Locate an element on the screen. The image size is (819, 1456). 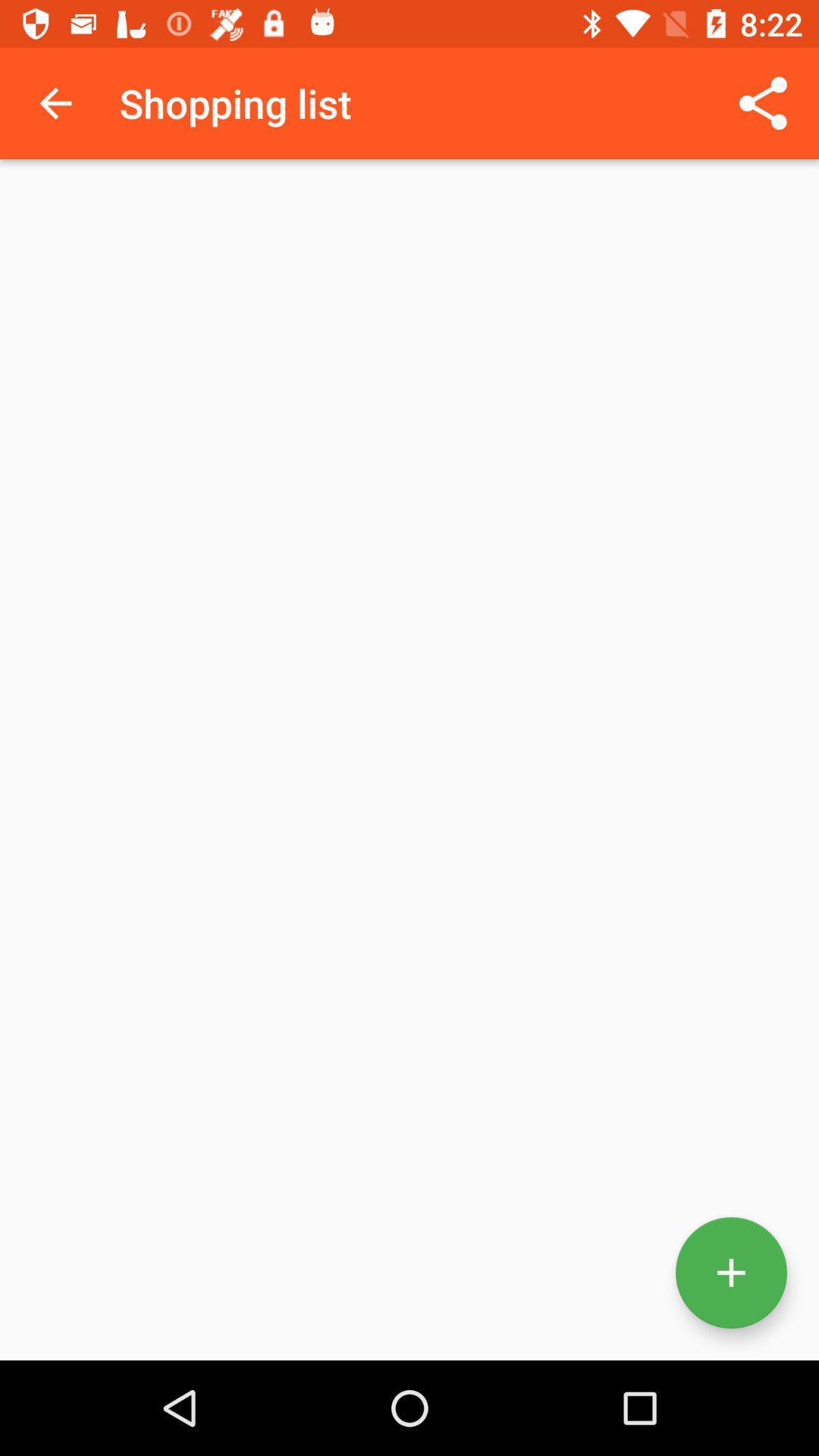
the add icon is located at coordinates (730, 1272).